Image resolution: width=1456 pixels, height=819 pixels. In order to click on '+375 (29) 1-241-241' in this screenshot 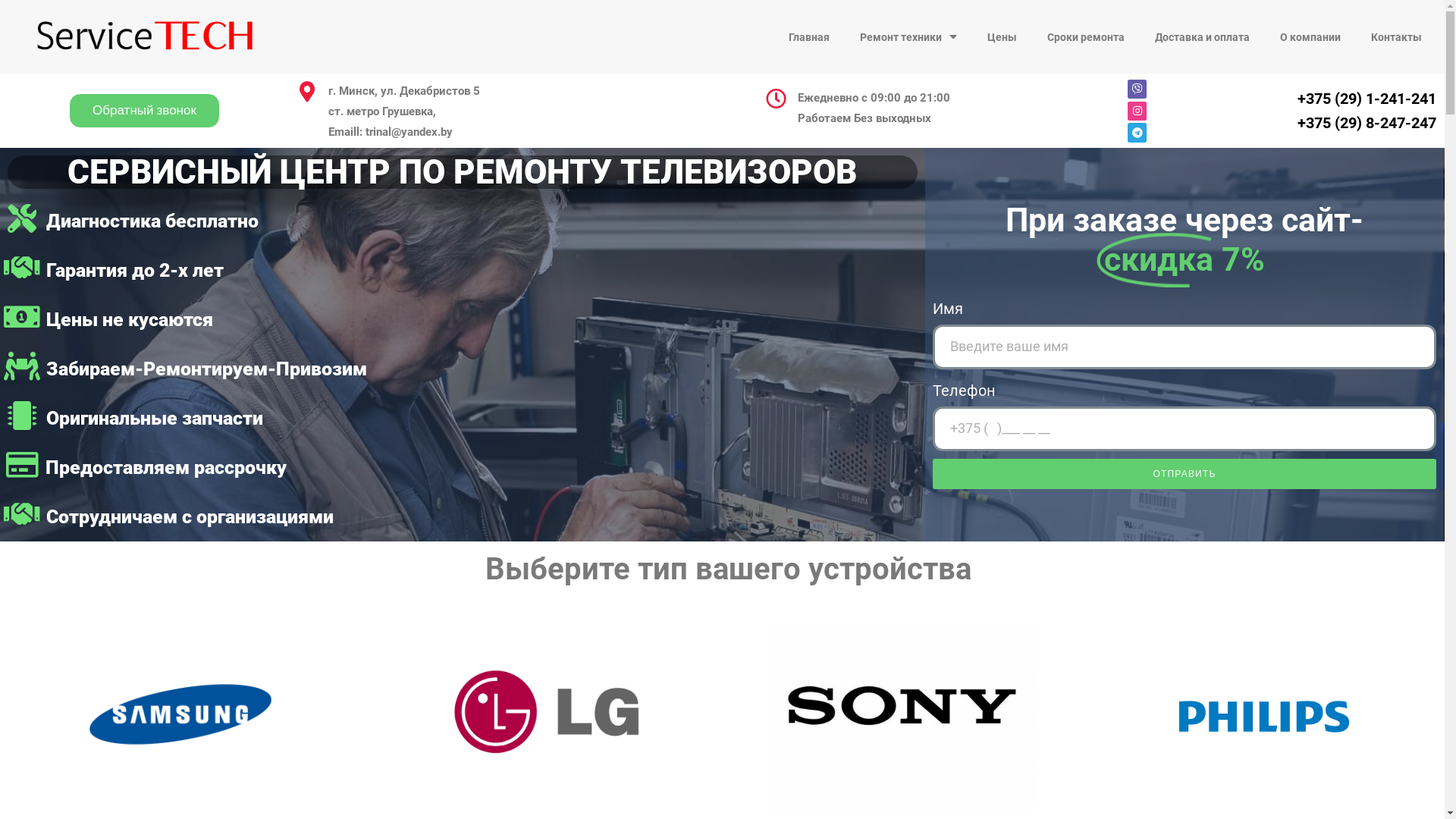, I will do `click(1367, 99)`.